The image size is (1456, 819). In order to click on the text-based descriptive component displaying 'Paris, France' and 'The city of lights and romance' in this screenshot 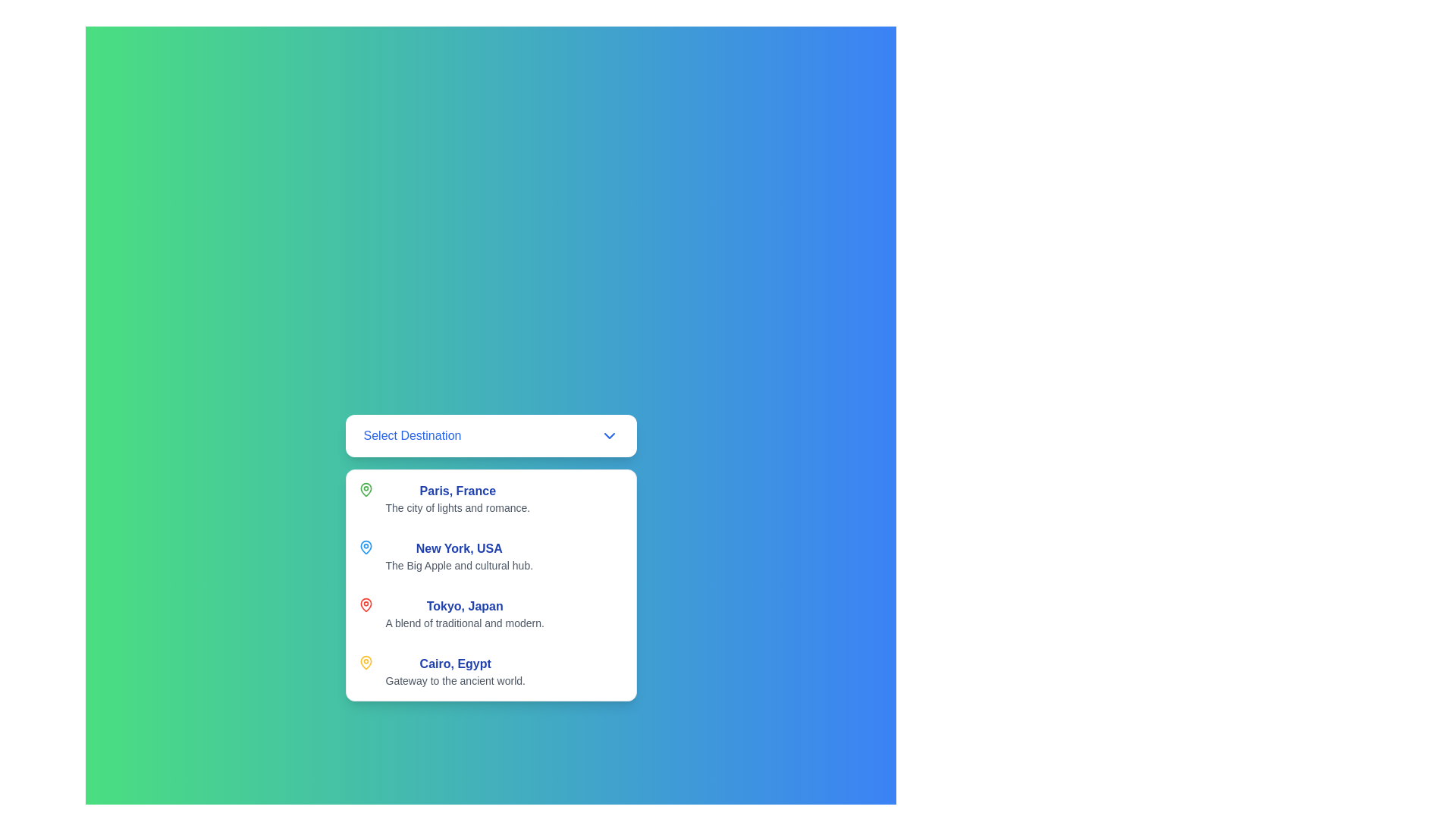, I will do `click(457, 499)`.